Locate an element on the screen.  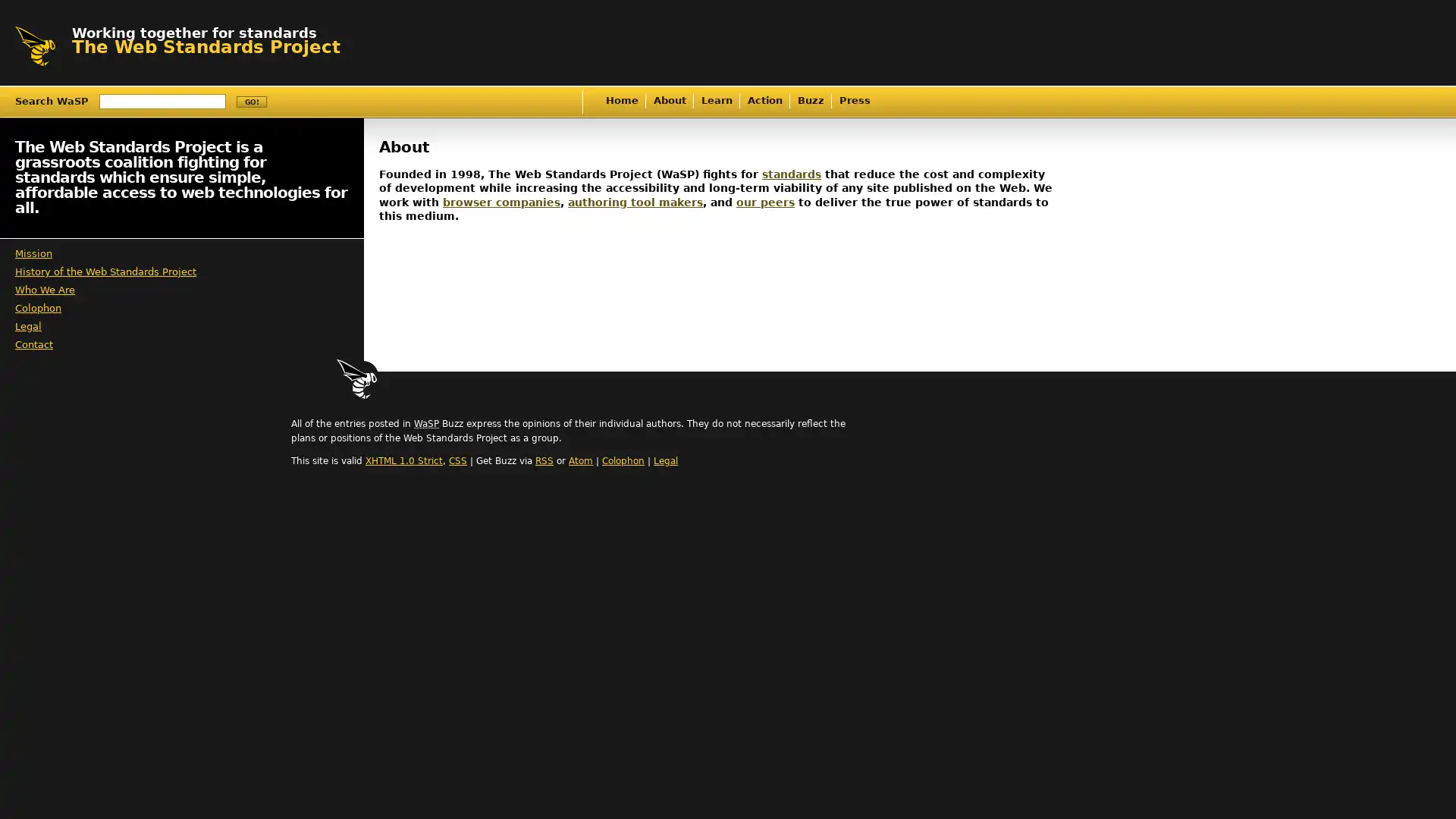
Go! is located at coordinates (251, 102).